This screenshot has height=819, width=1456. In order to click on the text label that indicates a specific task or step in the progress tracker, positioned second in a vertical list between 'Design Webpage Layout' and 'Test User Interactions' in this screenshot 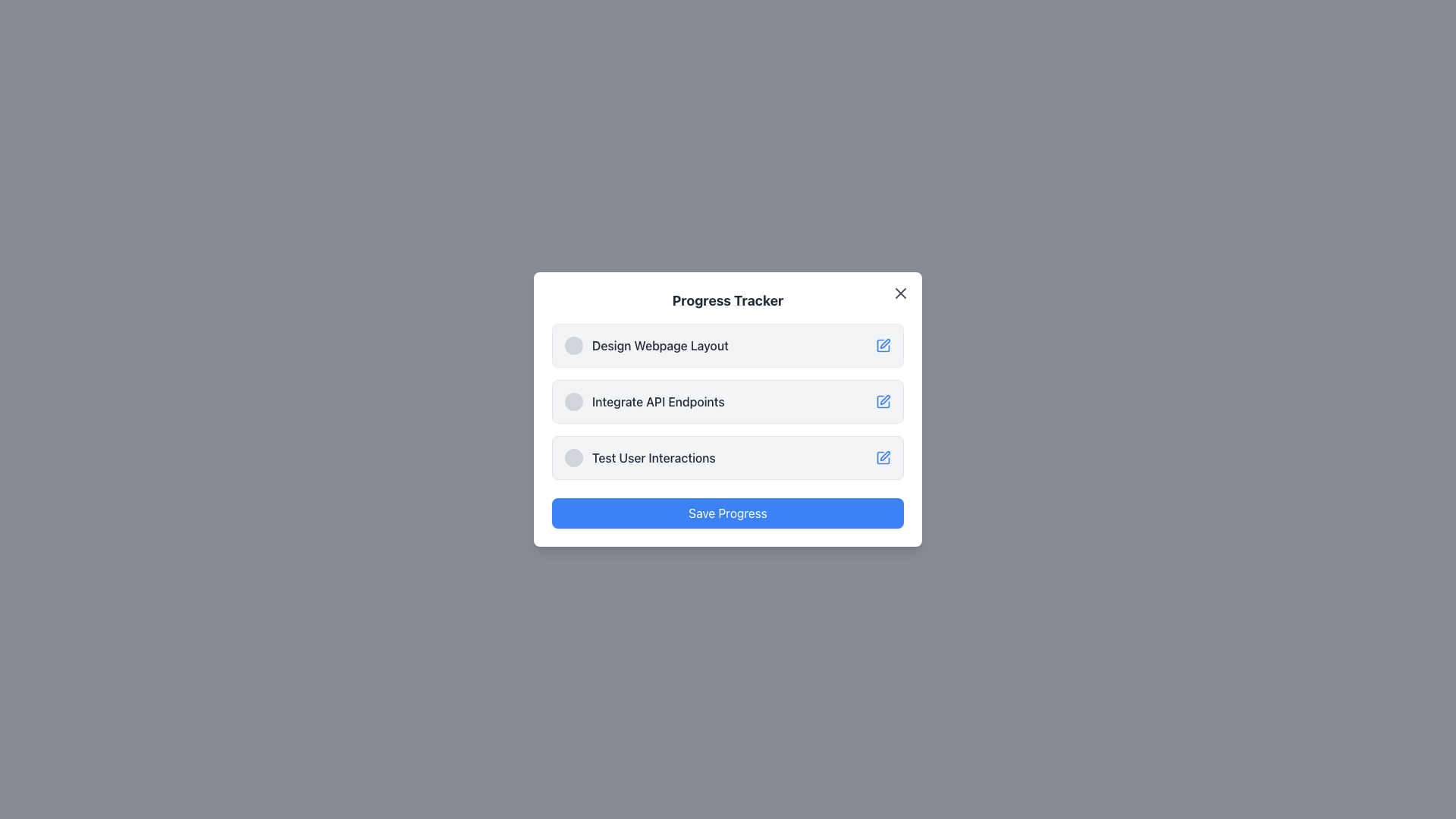, I will do `click(658, 400)`.